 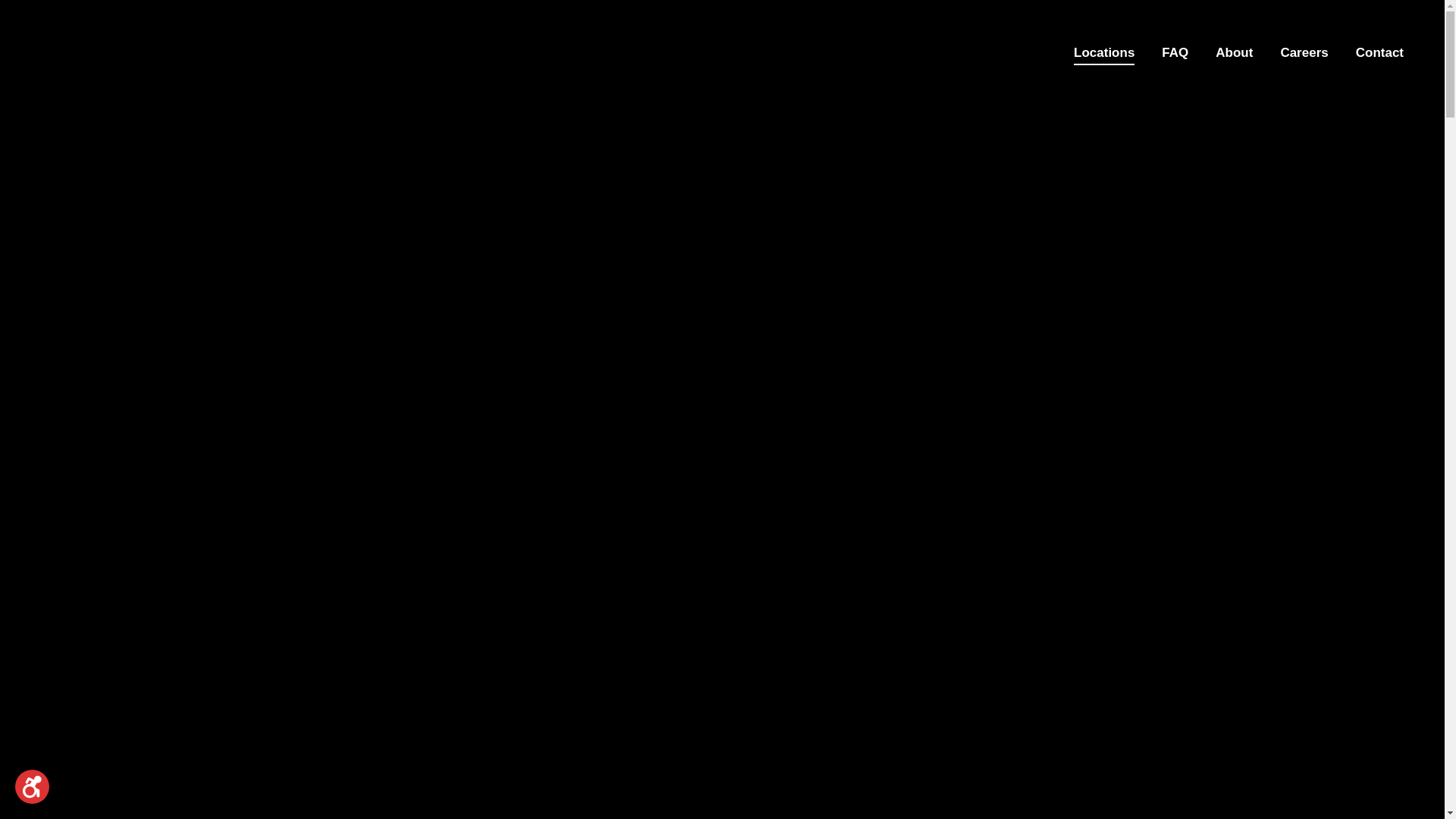 What do you see at coordinates (1103, 52) in the screenshot?
I see `'Locations'` at bounding box center [1103, 52].